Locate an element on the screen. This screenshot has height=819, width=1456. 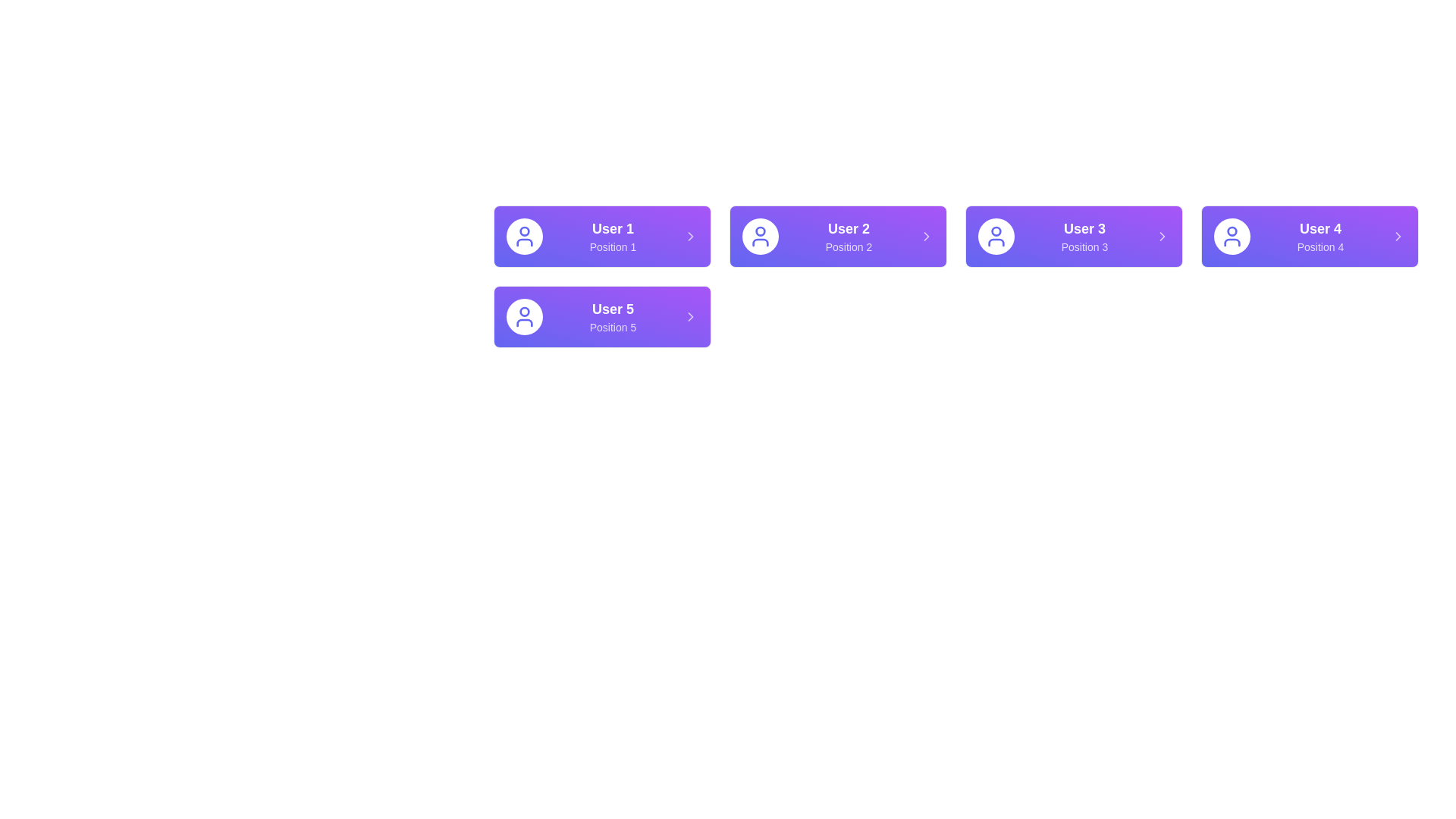
the text label displaying 'User 4', which is styled with a bold font and located within a purple rectangle in the top-right section of the interface is located at coordinates (1319, 228).